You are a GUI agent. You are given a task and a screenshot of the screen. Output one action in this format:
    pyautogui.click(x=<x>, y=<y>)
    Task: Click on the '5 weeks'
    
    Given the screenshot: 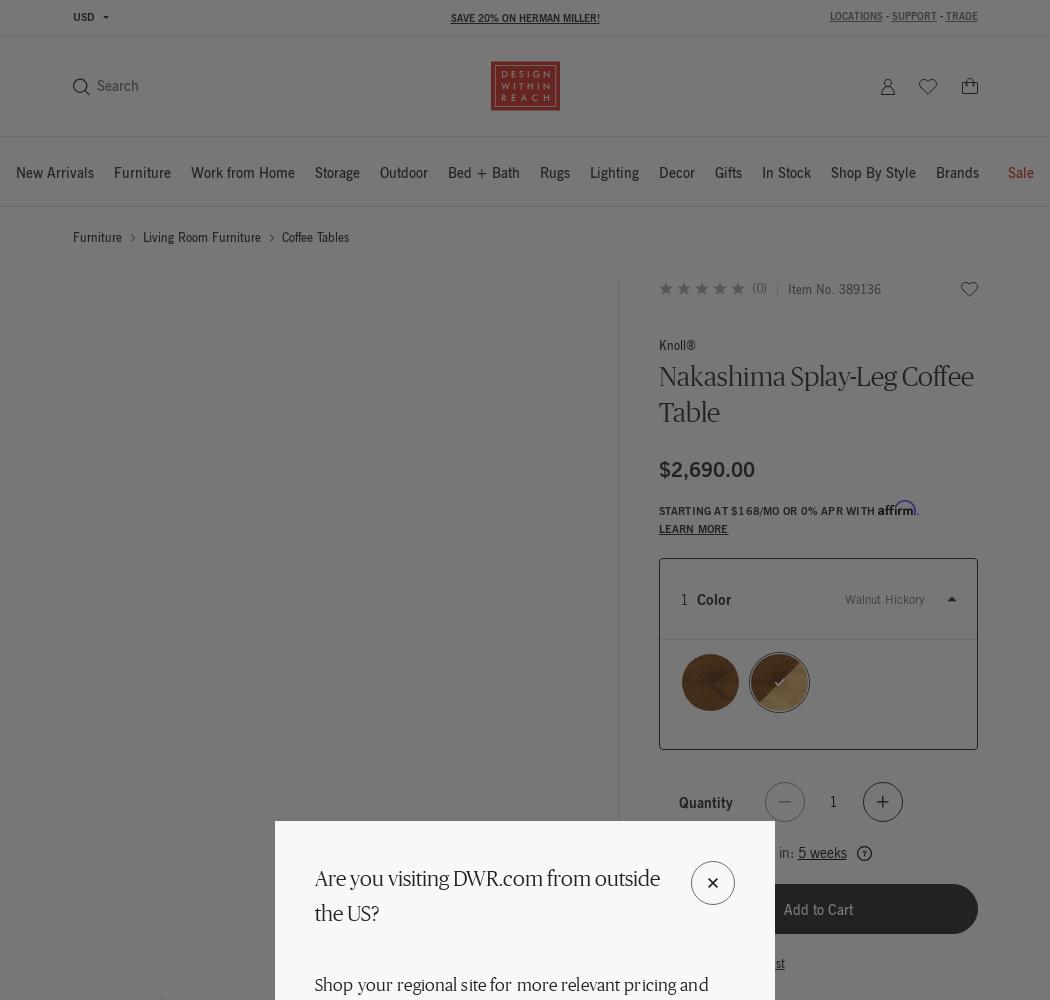 What is the action you would take?
    pyautogui.click(x=820, y=851)
    